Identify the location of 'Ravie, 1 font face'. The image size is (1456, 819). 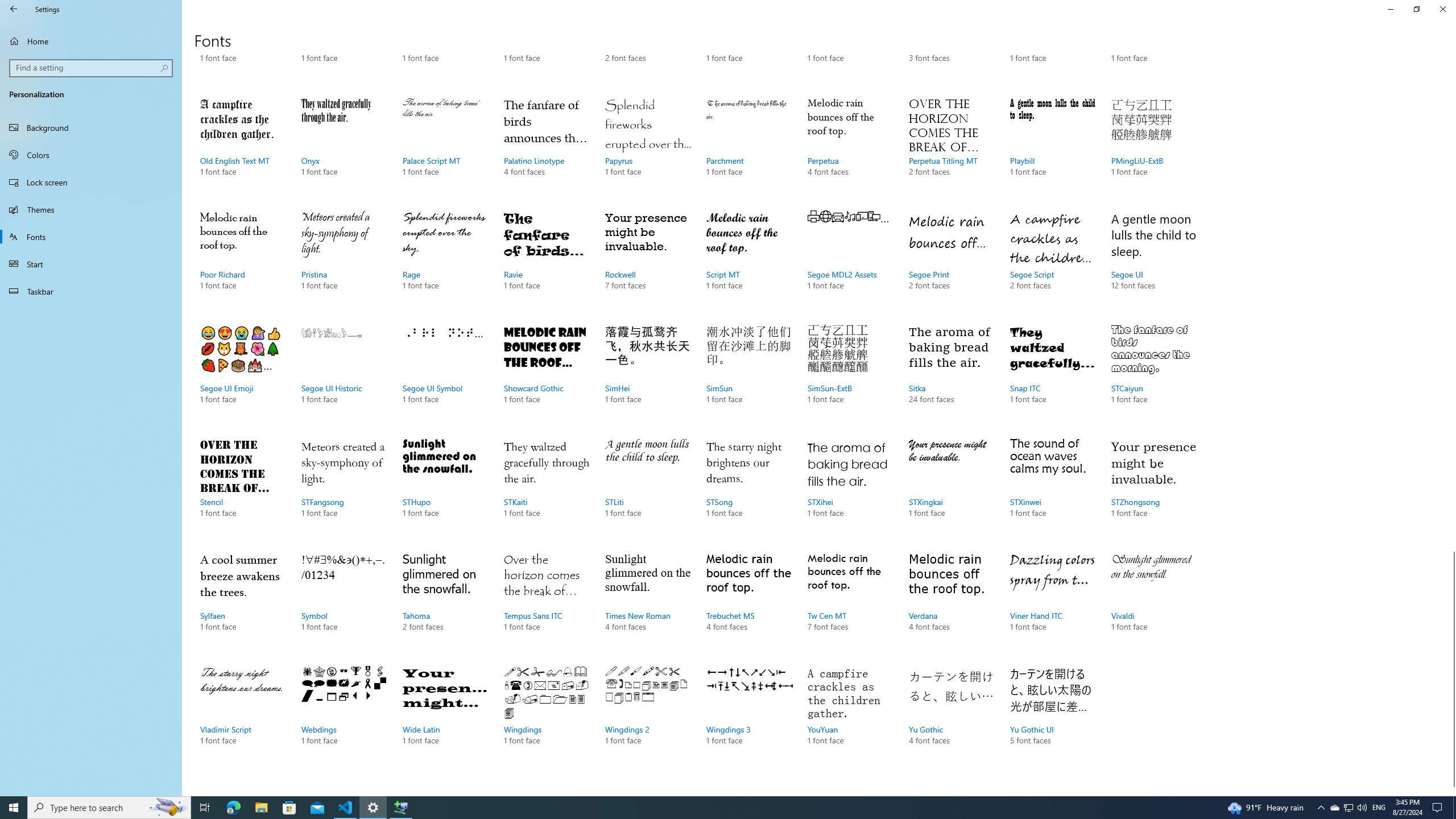
(545, 262).